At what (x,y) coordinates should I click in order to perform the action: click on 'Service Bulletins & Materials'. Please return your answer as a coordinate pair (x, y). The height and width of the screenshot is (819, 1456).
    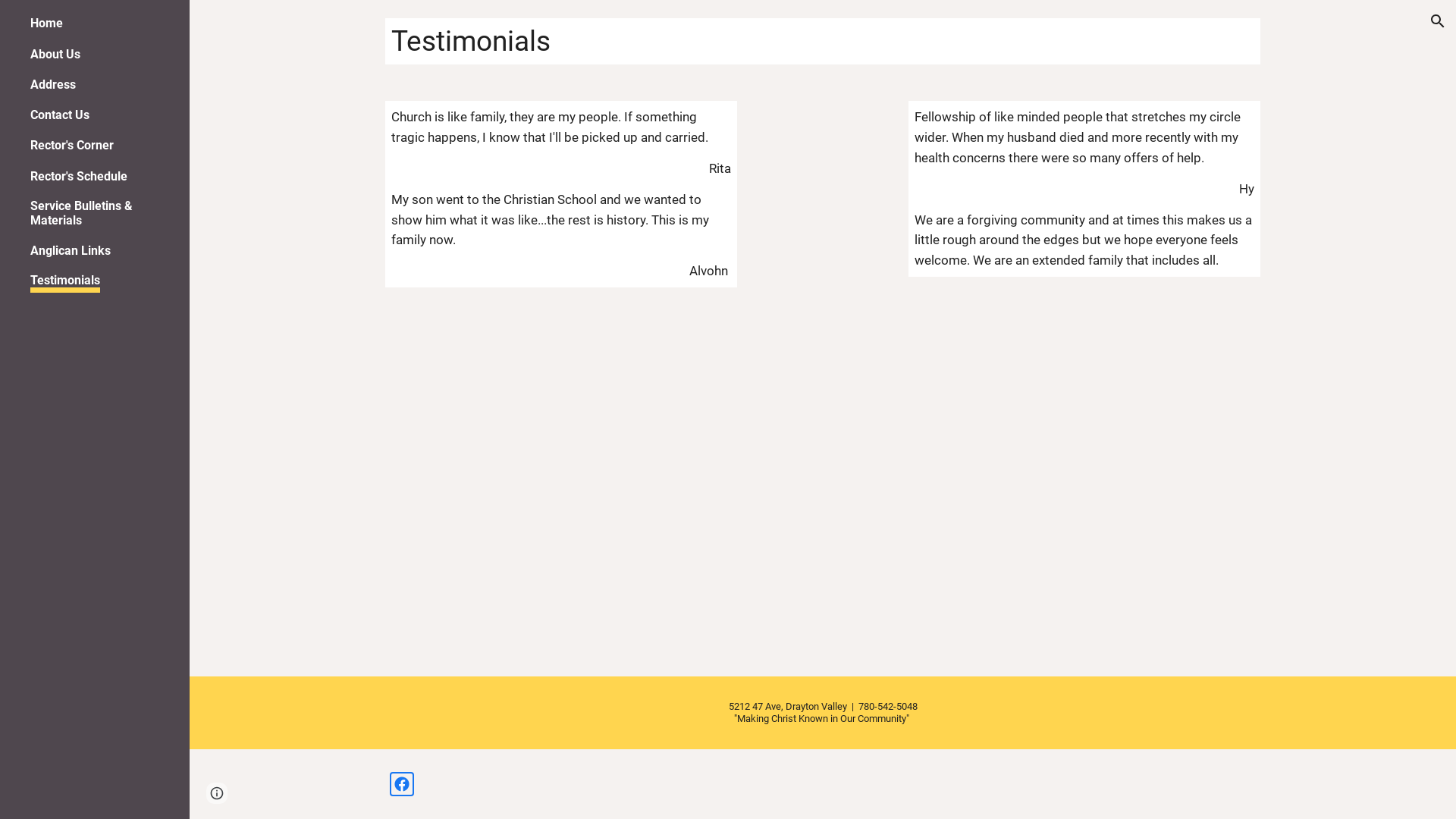
    Looking at the image, I should click on (99, 213).